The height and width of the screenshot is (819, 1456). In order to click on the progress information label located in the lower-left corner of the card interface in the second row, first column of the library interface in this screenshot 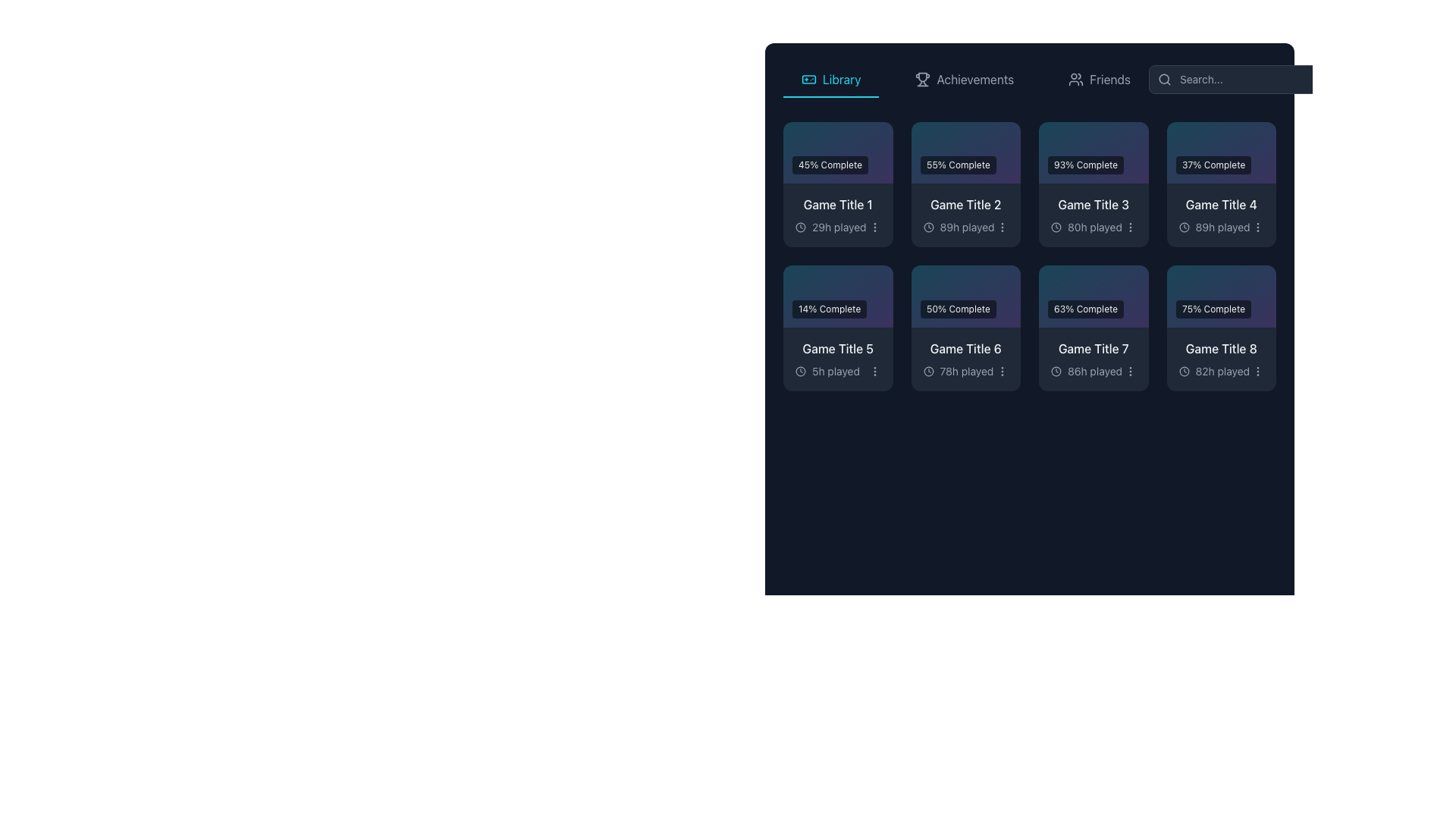, I will do `click(829, 308)`.